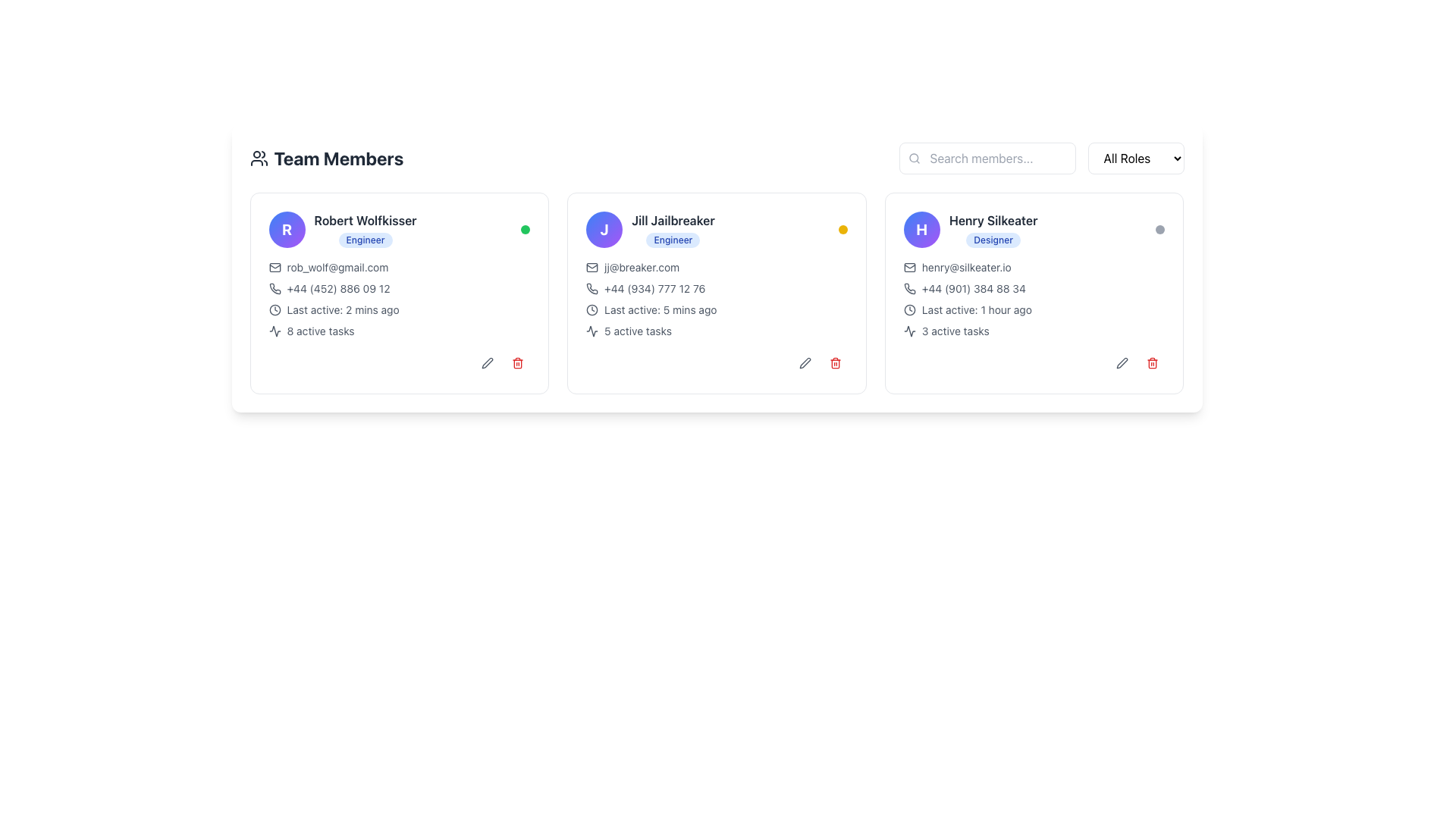 This screenshot has width=1456, height=819. What do you see at coordinates (650, 230) in the screenshot?
I see `user's name and designation displayed on the label with badge, located in the middle of the row of three cards, specifically part of the second card, directly below the avatar icon` at bounding box center [650, 230].